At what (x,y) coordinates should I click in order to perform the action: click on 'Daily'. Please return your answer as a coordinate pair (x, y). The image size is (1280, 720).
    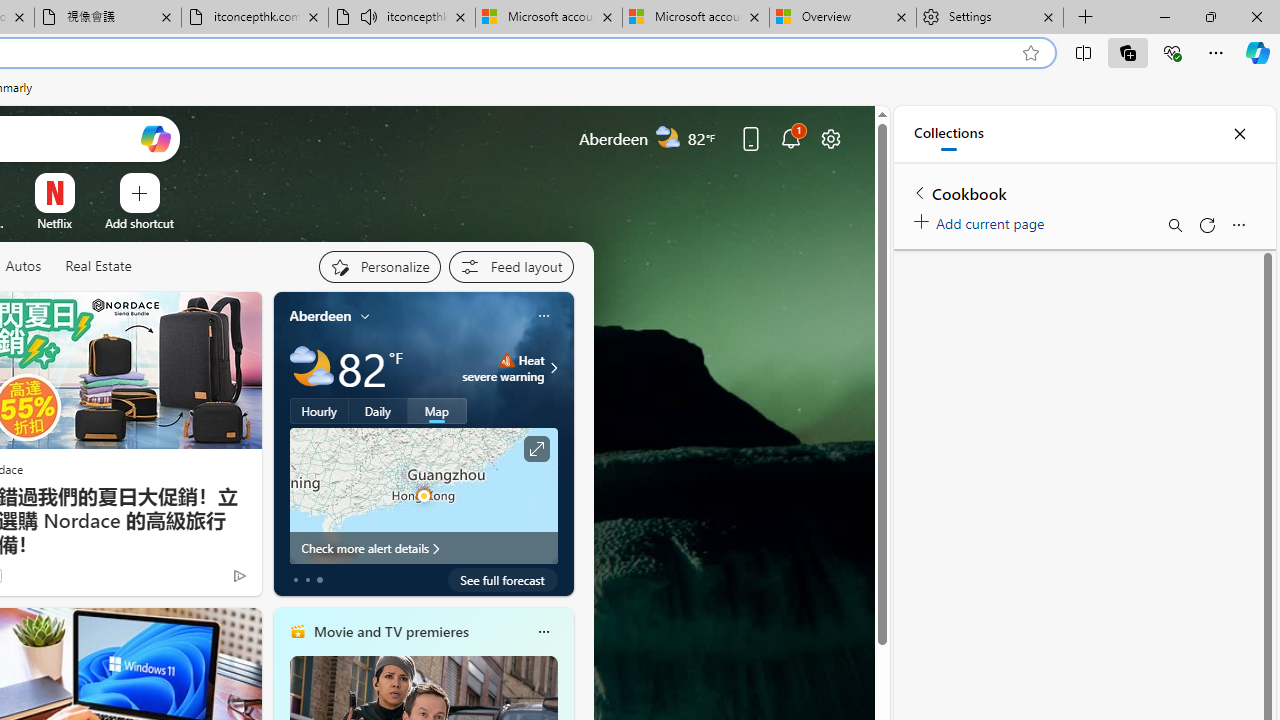
    Looking at the image, I should click on (378, 410).